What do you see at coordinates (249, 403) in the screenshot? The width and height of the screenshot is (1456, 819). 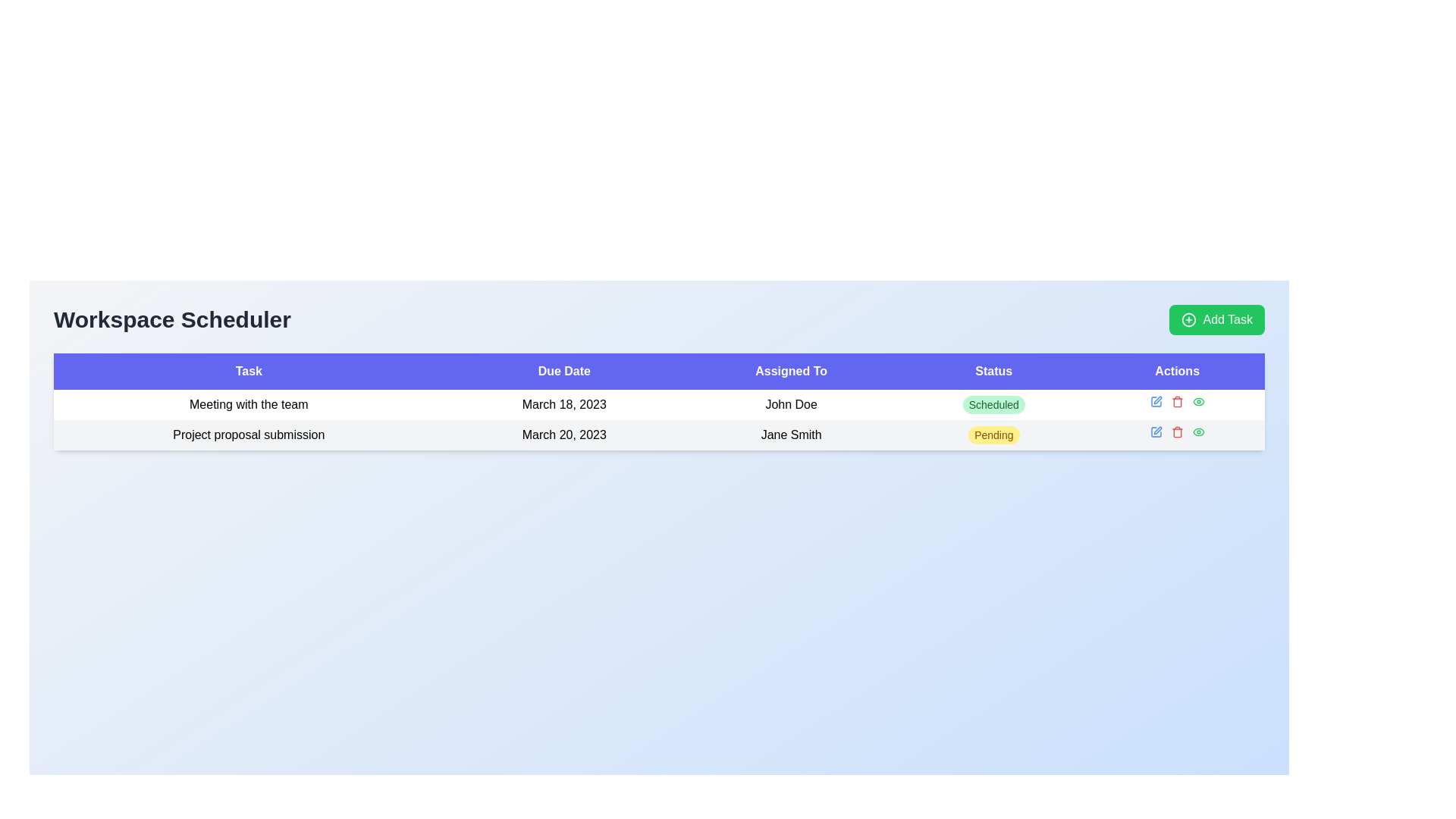 I see `the text label displaying 'Meeting with the team' located in the 'Task' column of the table` at bounding box center [249, 403].